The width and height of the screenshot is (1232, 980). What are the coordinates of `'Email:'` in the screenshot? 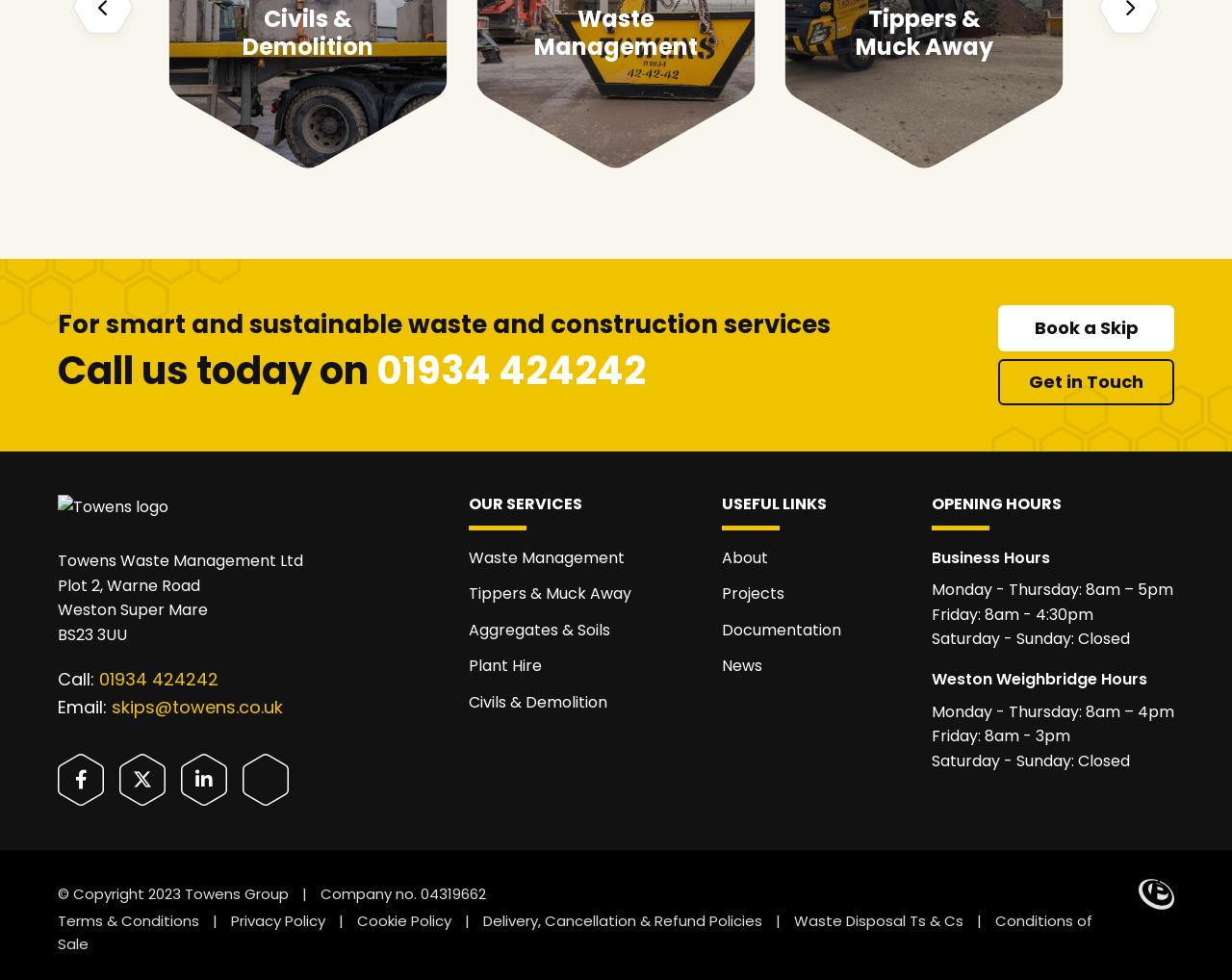 It's located at (84, 706).